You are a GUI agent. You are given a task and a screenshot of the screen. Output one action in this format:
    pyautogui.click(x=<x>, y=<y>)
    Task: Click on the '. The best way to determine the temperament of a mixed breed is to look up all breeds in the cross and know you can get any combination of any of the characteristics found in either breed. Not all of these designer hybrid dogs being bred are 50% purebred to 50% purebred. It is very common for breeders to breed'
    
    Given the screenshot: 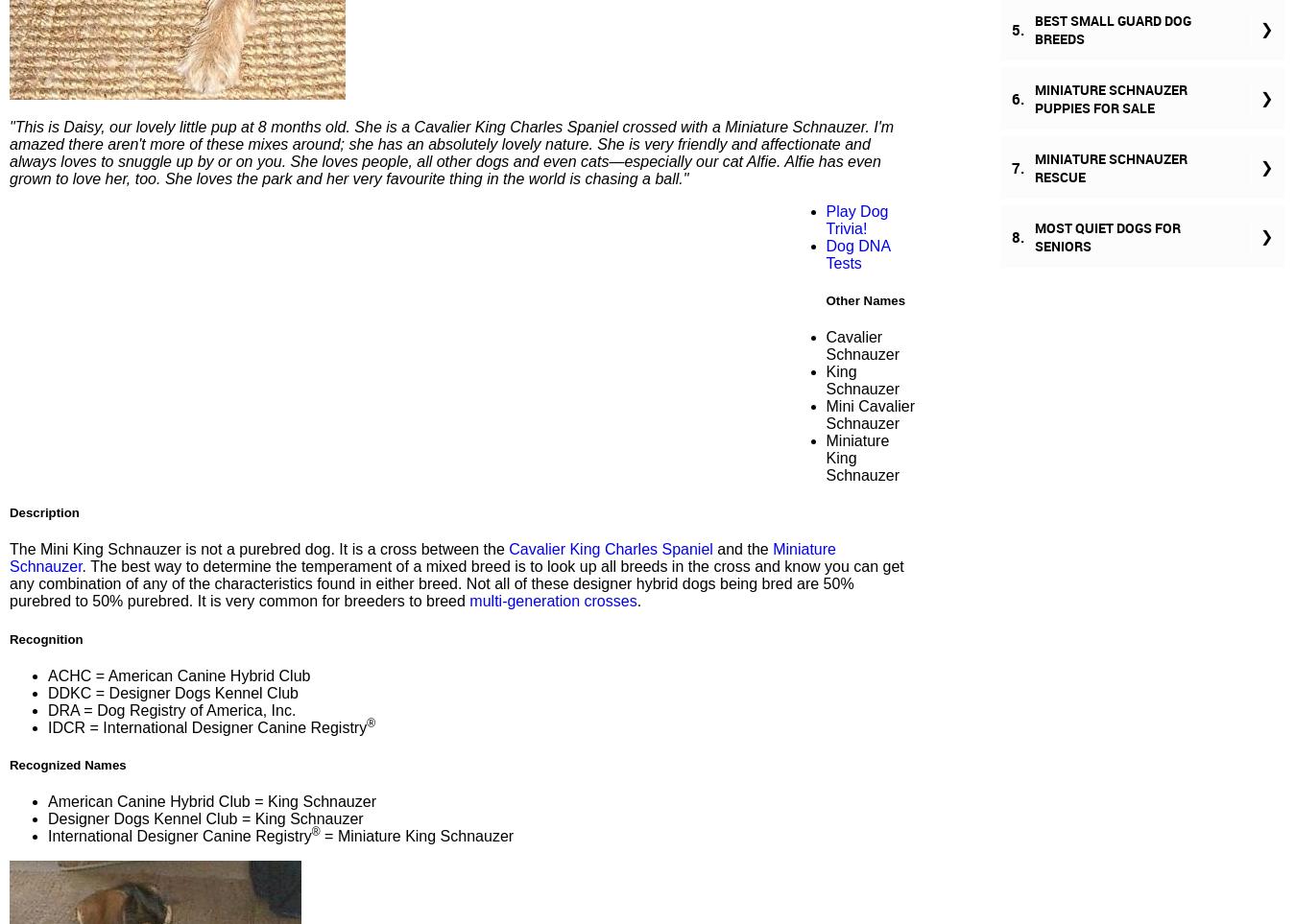 What is the action you would take?
    pyautogui.click(x=455, y=583)
    